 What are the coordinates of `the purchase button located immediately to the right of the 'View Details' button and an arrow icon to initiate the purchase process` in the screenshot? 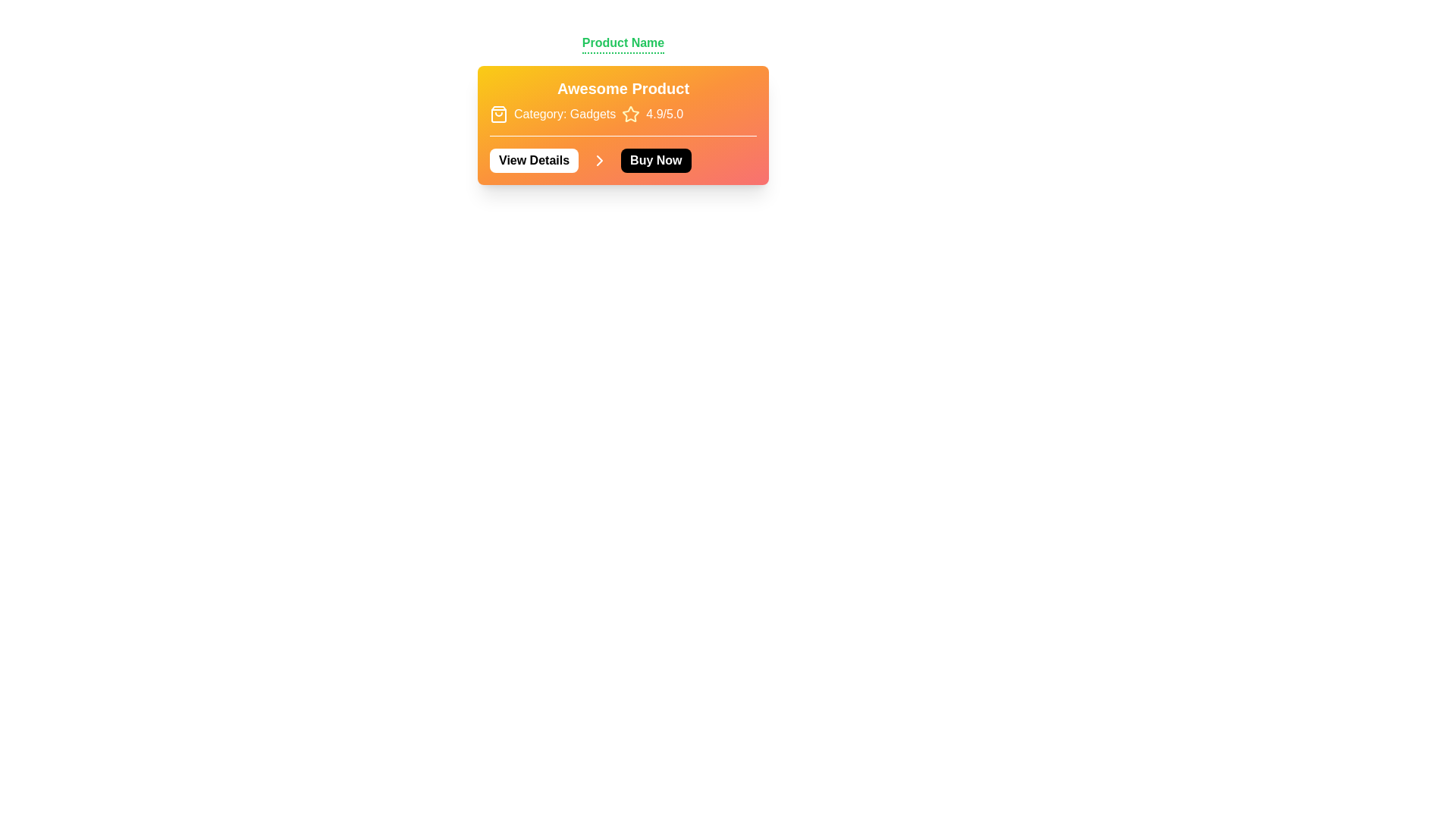 It's located at (655, 161).